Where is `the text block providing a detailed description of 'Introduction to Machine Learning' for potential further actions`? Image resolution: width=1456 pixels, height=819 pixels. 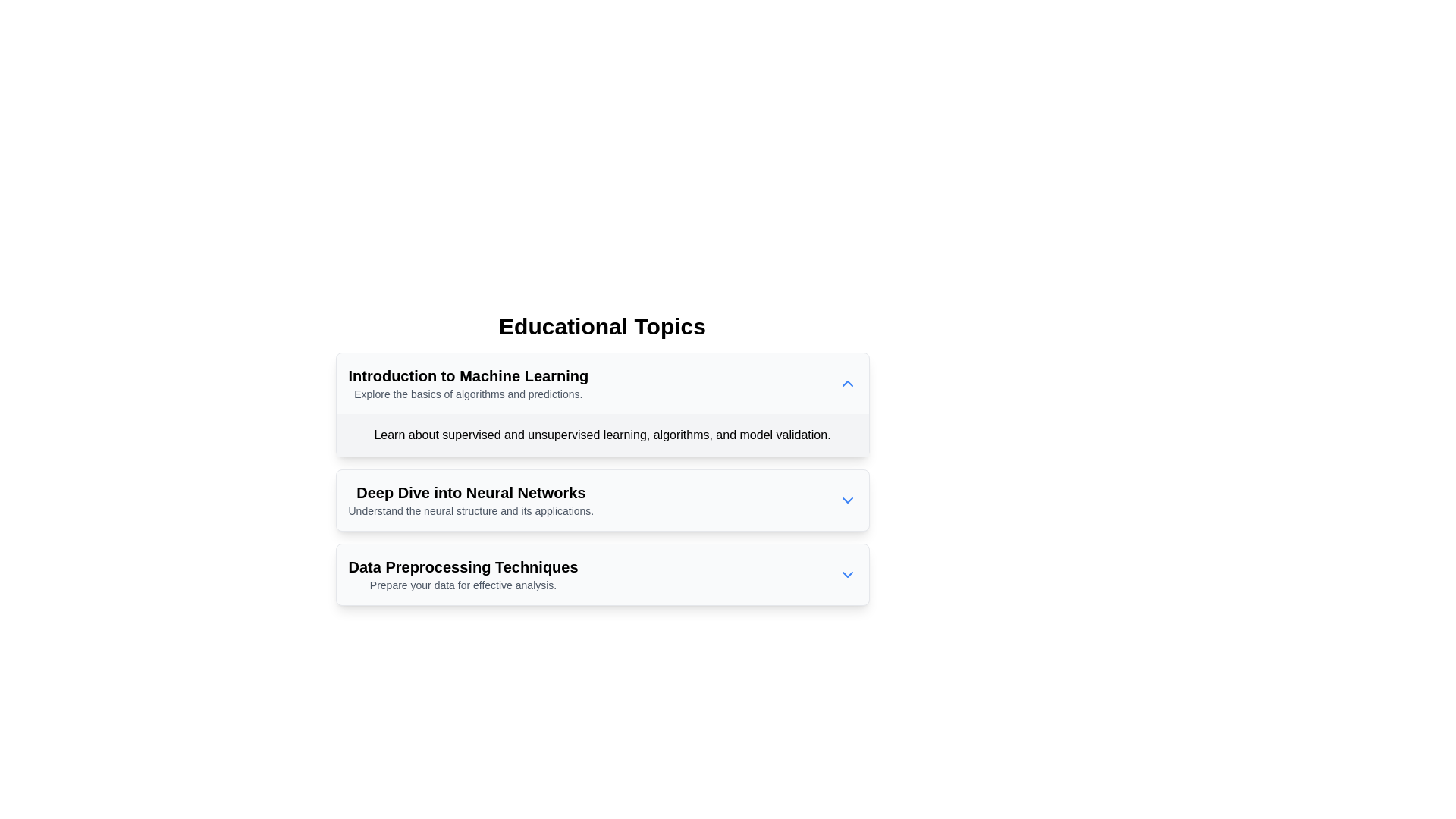 the text block providing a detailed description of 'Introduction to Machine Learning' for potential further actions is located at coordinates (601, 435).